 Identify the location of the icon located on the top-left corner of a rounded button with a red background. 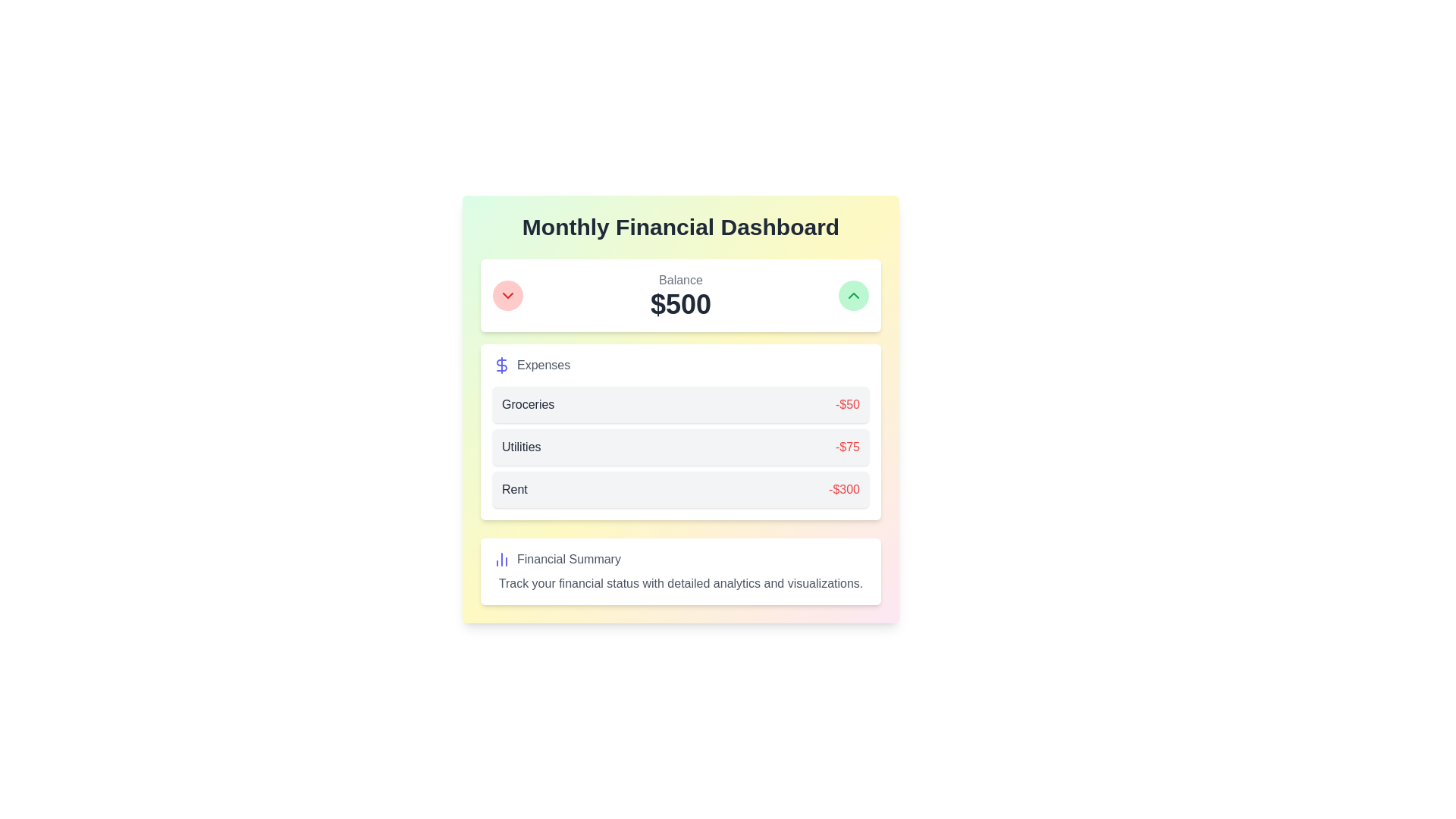
(508, 295).